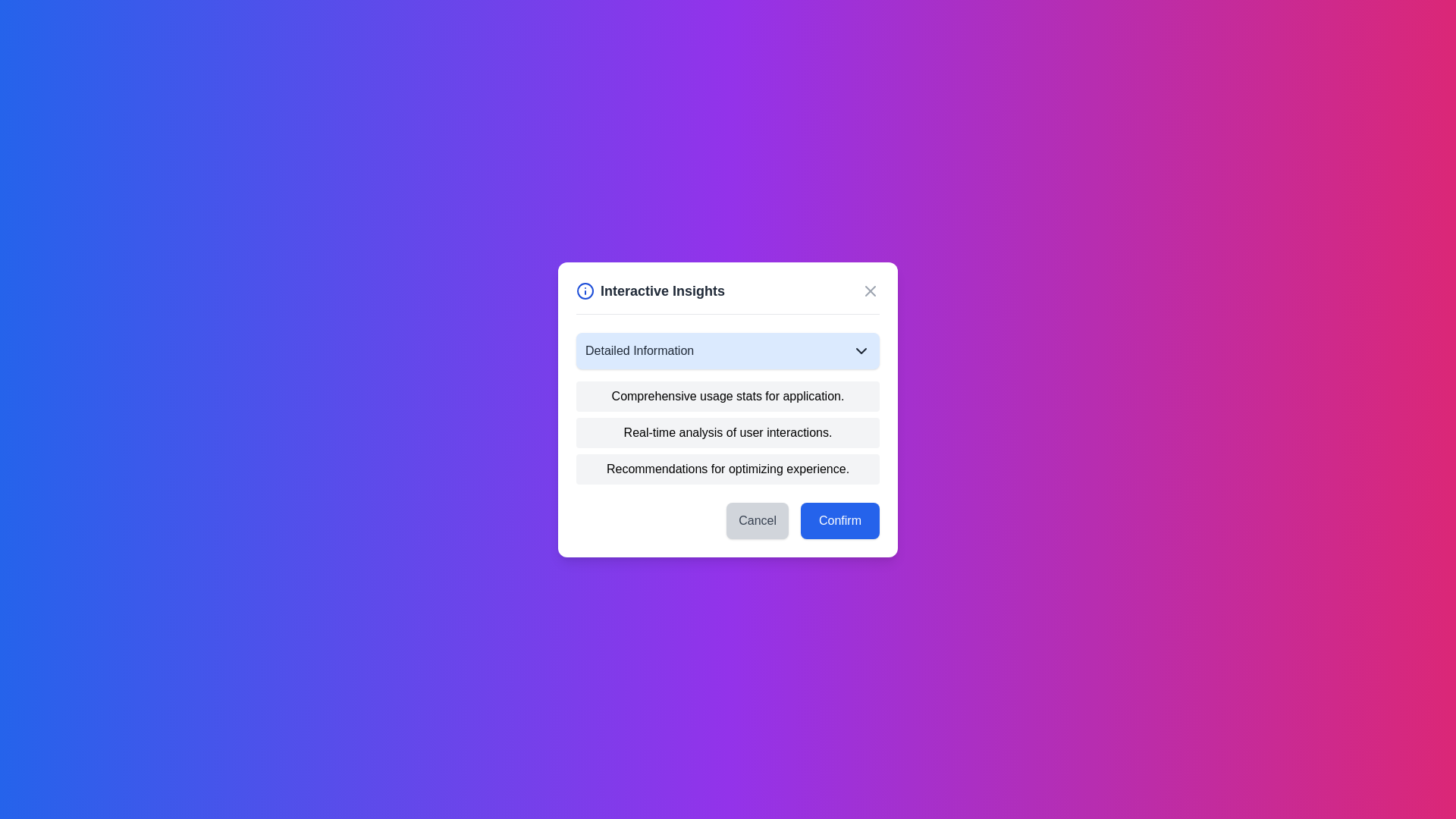 The image size is (1456, 819). Describe the element at coordinates (728, 406) in the screenshot. I see `the Text block in the 'Interactive Insights' modal that displays detailed information, located centrally beneath the title and visual icon section` at that location.